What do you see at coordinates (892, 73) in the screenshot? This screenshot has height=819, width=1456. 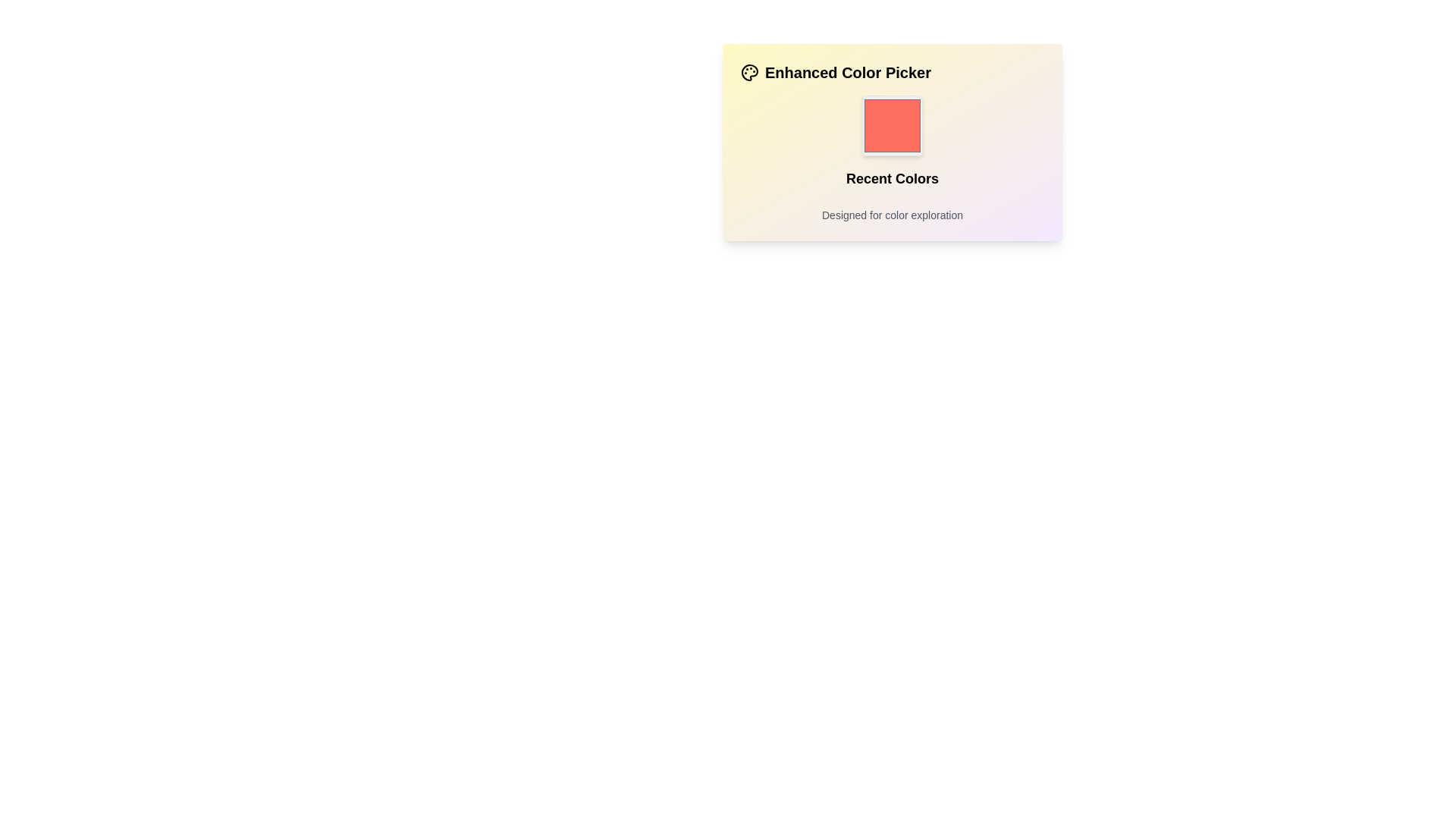 I see `the 'Enhanced Color Picker' header for accessibility by clicking on it` at bounding box center [892, 73].